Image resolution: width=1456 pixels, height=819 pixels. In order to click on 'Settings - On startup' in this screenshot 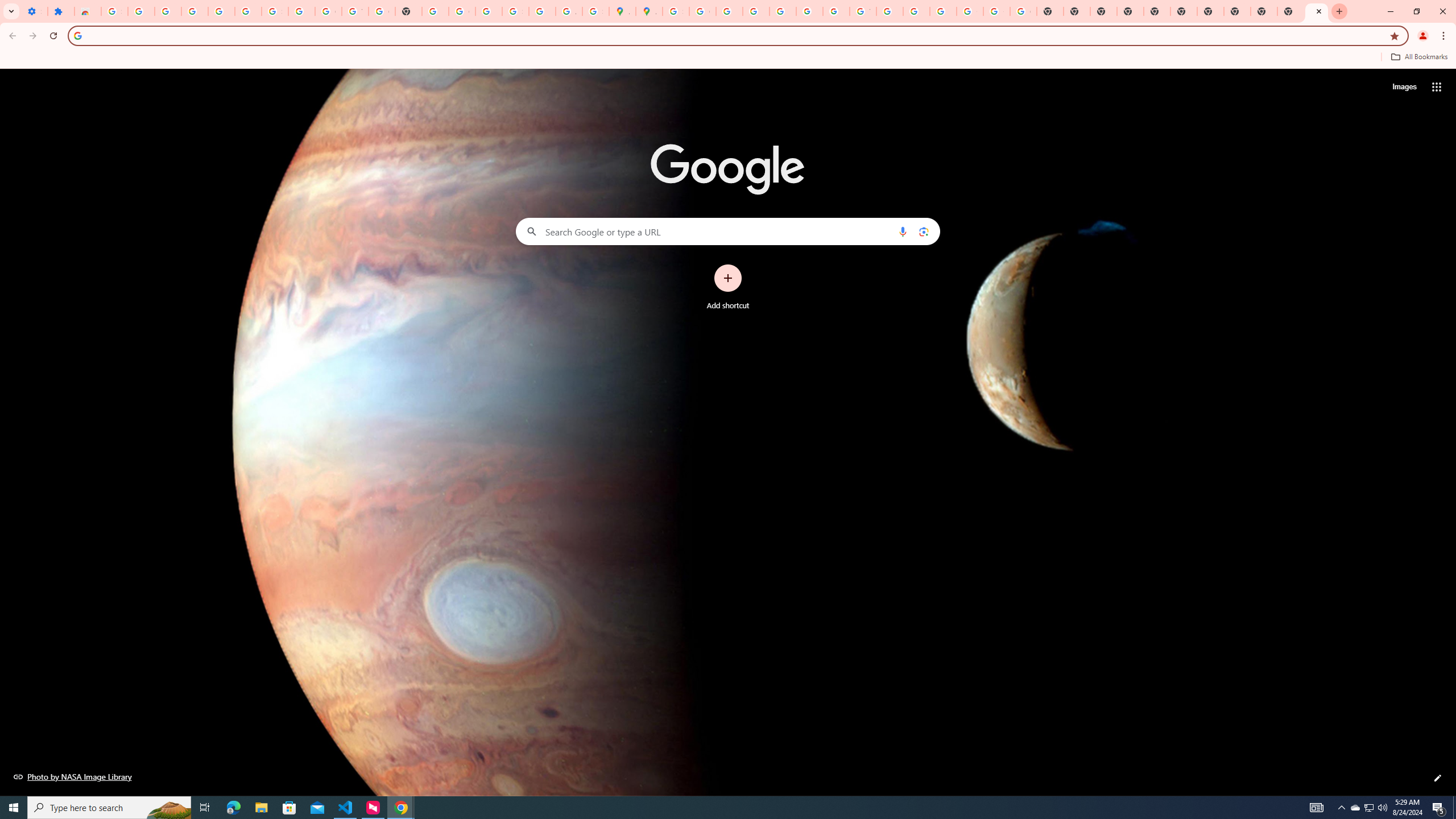, I will do `click(34, 11)`.